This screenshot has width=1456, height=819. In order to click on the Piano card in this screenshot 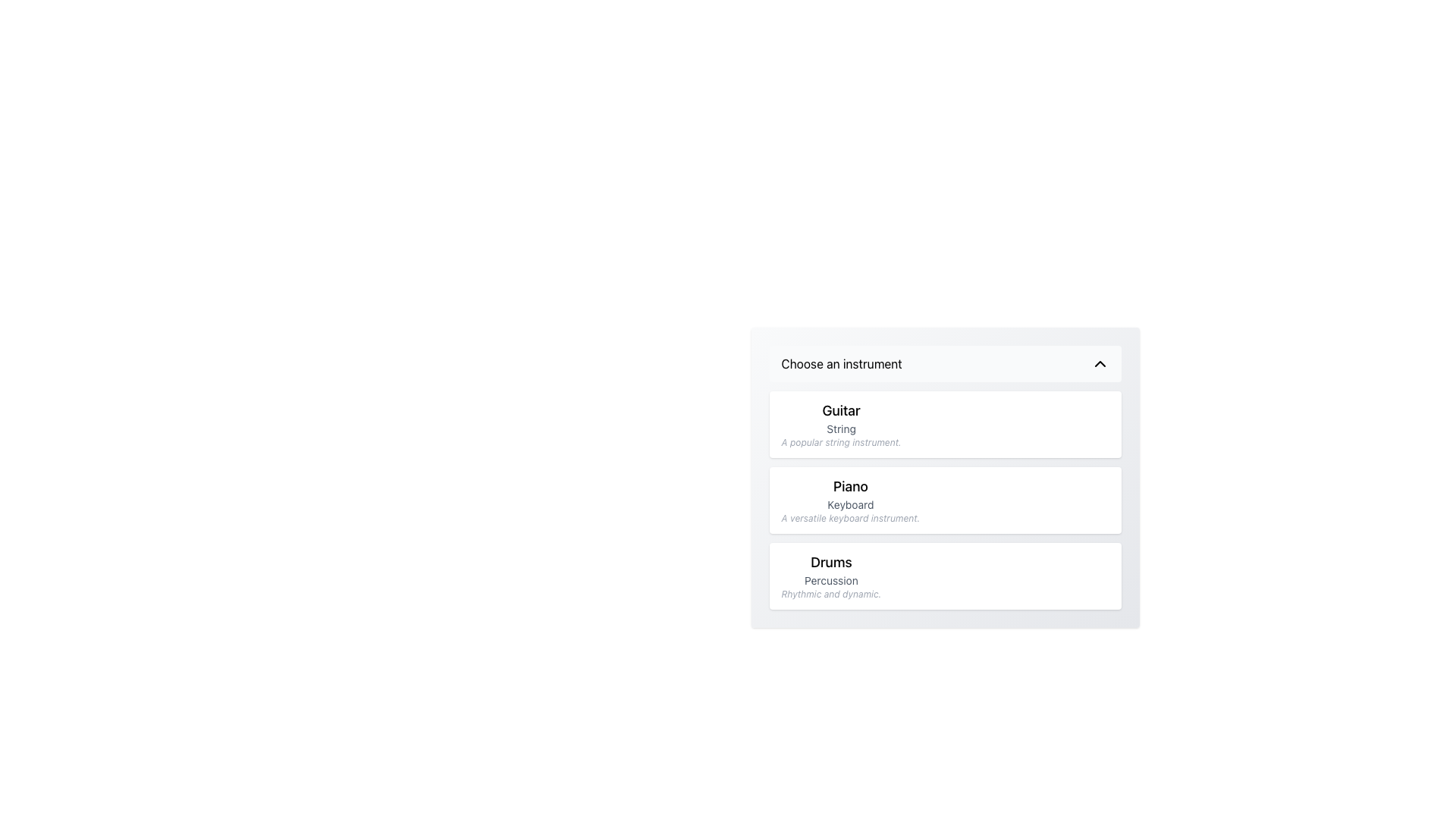, I will do `click(944, 500)`.